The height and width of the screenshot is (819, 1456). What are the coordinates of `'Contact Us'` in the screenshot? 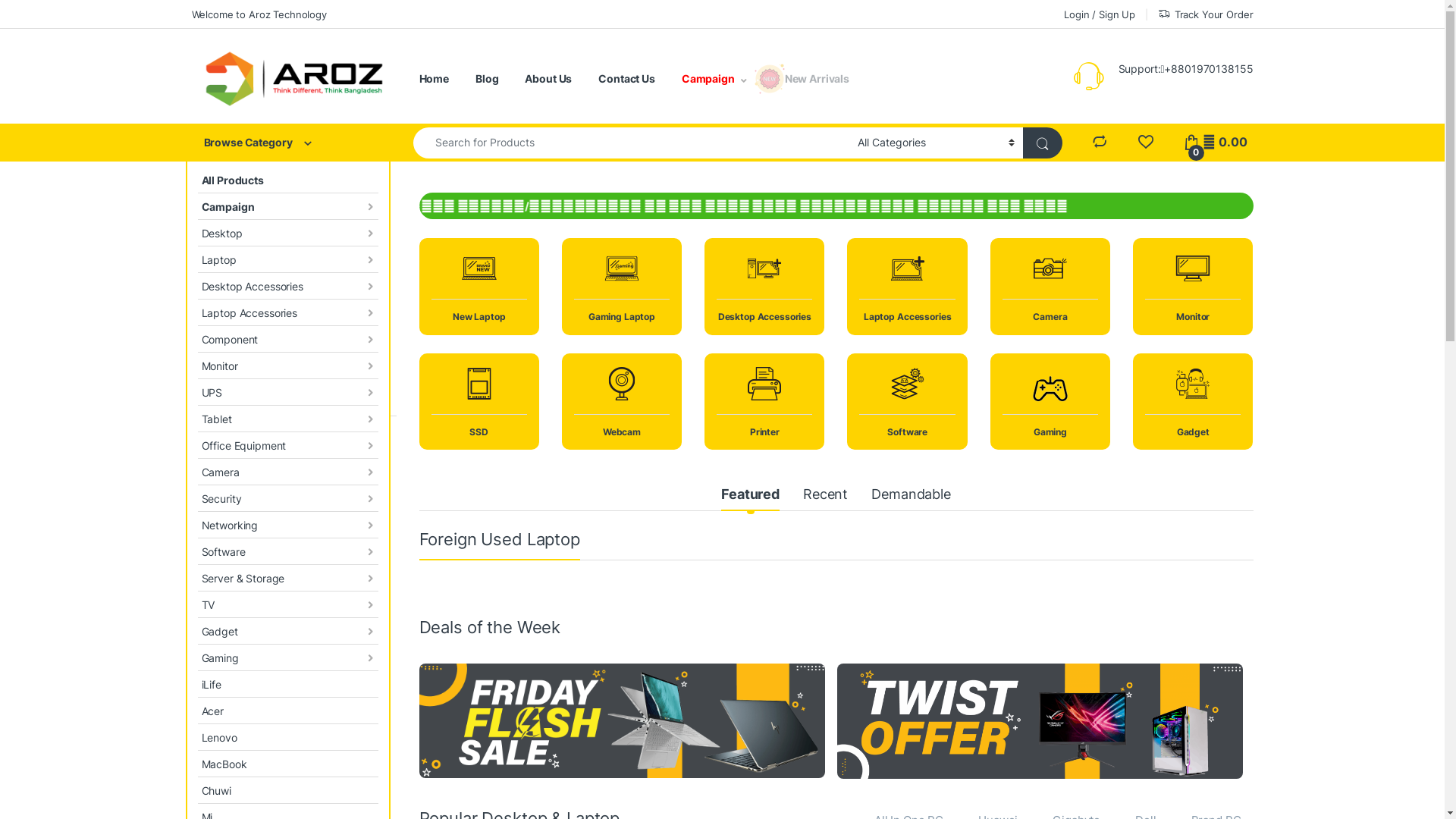 It's located at (626, 79).